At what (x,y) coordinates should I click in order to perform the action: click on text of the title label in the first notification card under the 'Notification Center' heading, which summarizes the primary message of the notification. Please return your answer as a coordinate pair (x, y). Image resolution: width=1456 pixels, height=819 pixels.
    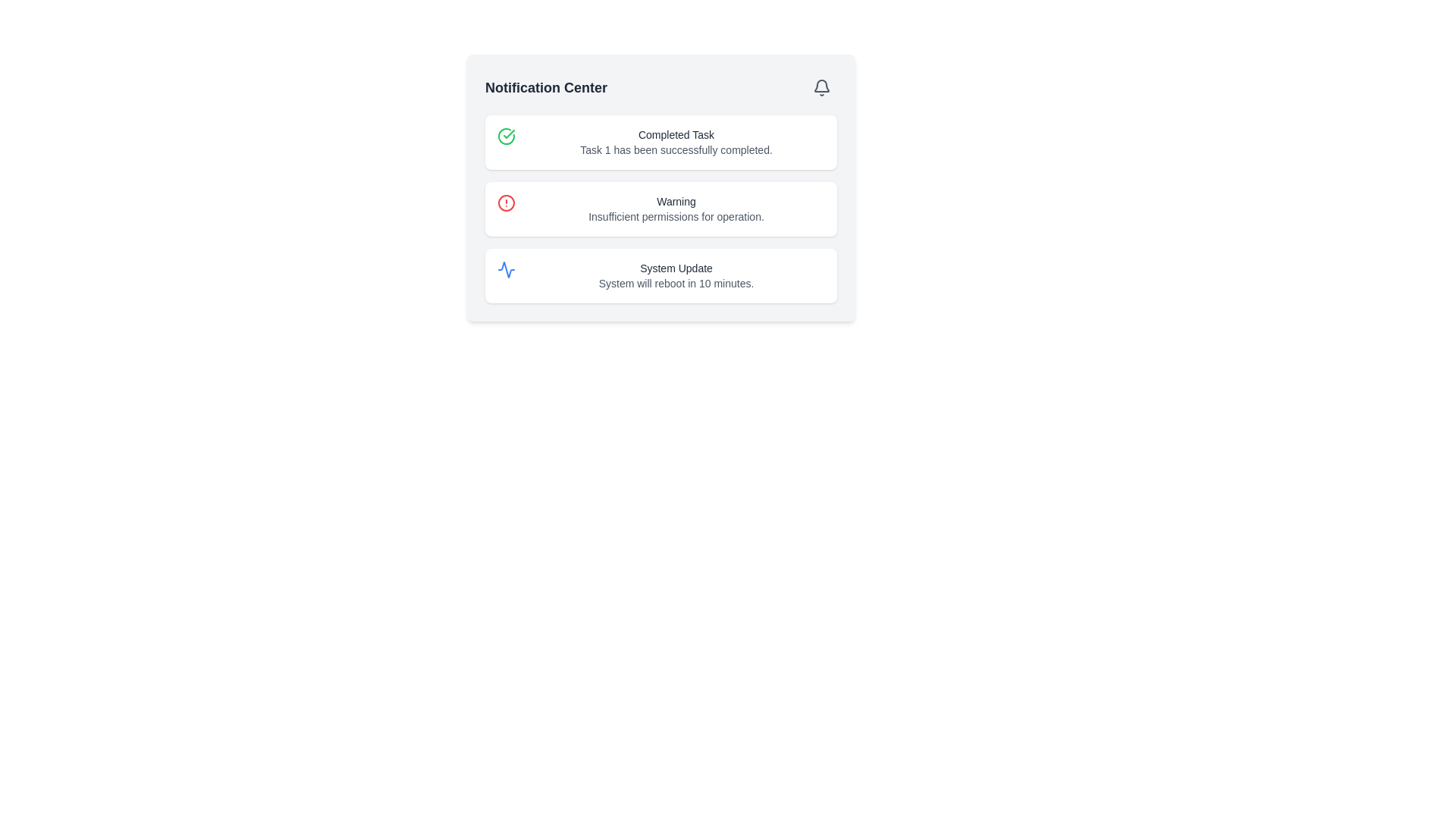
    Looking at the image, I should click on (676, 133).